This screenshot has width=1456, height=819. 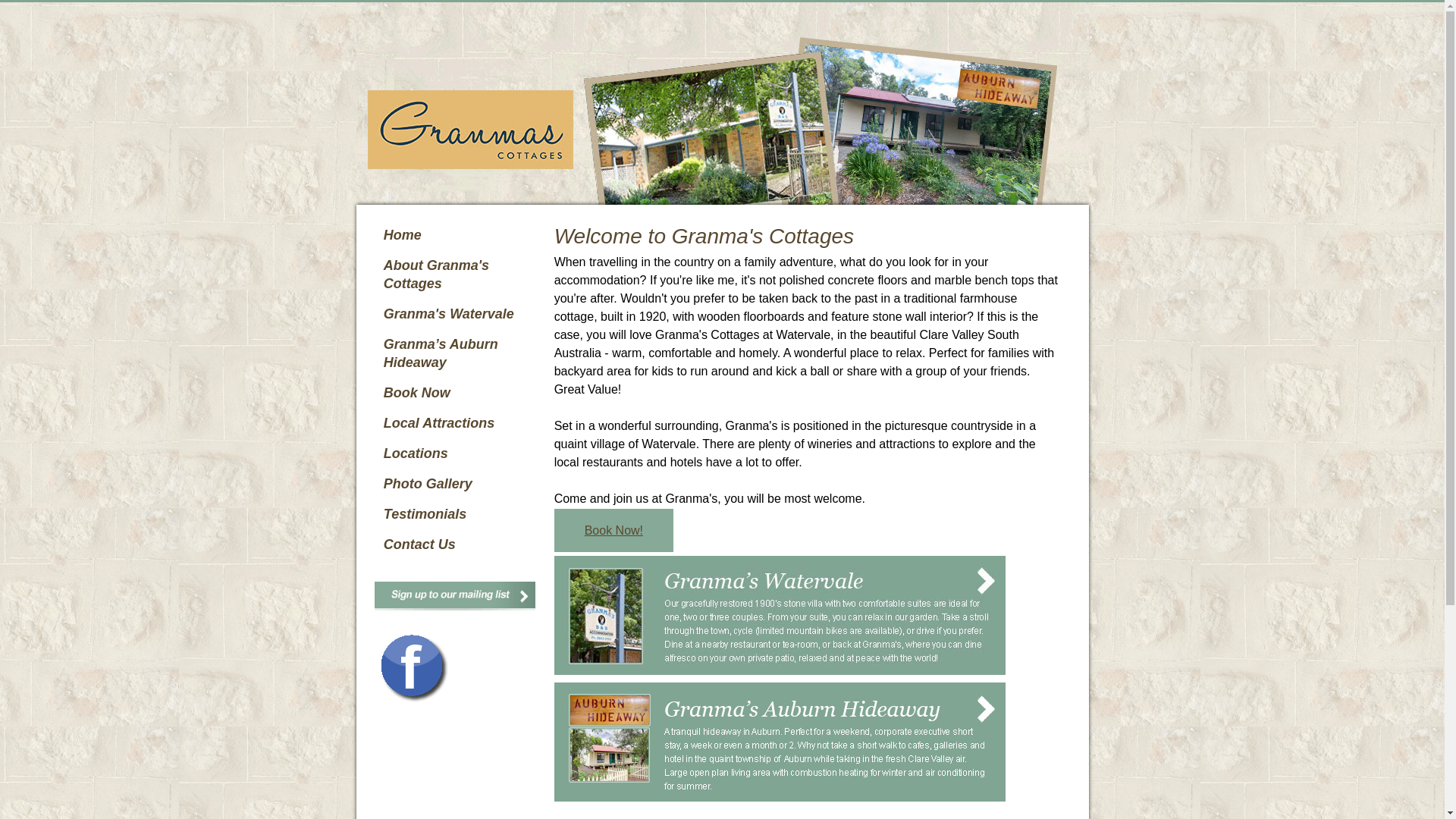 I want to click on 'About Granma's Cottages', so click(x=375, y=275).